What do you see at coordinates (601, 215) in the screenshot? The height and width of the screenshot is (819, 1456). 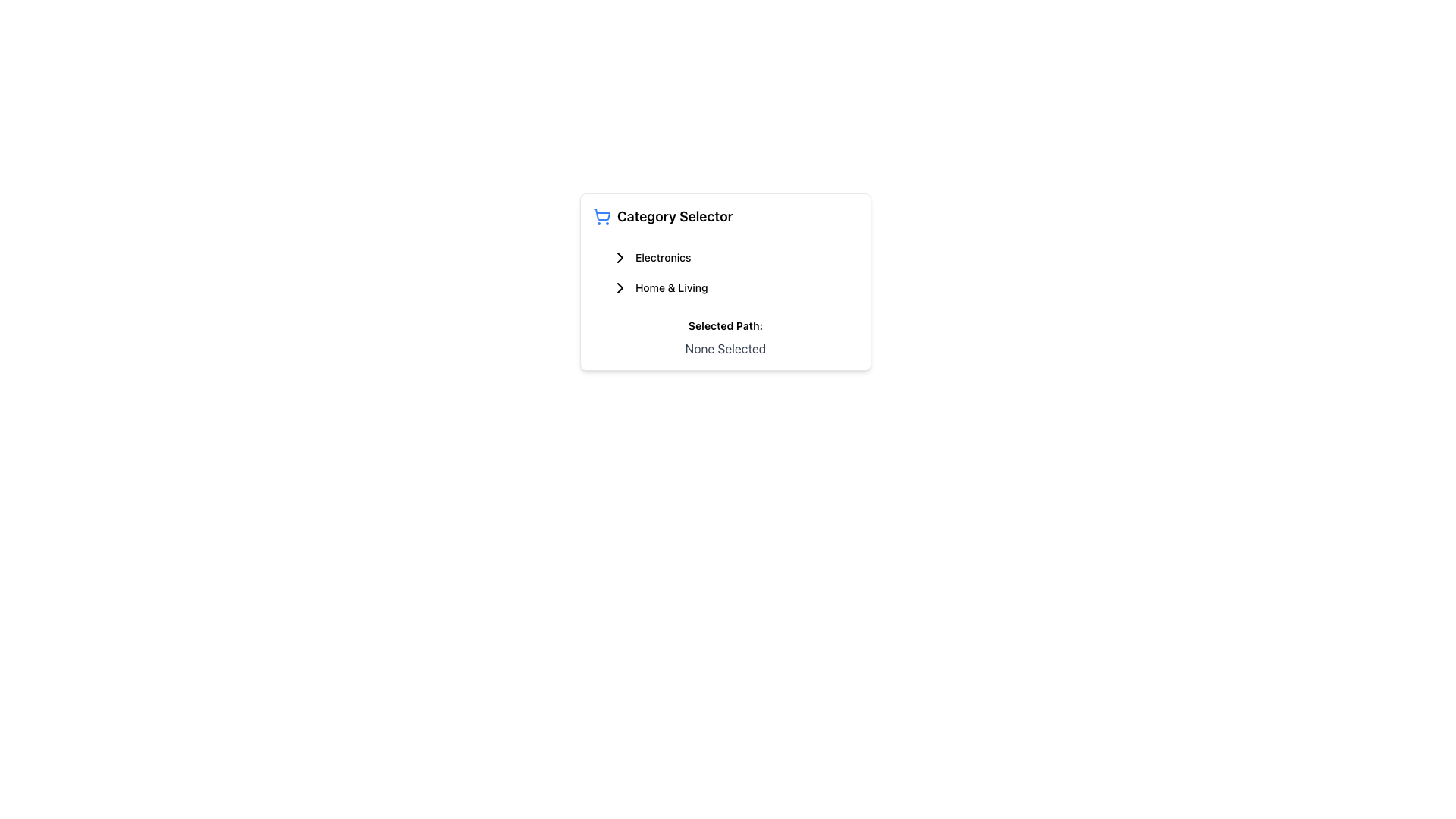 I see `the shopping cart icon with a blue outline located in the top-left segment of the 'Category Selector' panel, which is positioned right before the text 'Category Selector'` at bounding box center [601, 215].